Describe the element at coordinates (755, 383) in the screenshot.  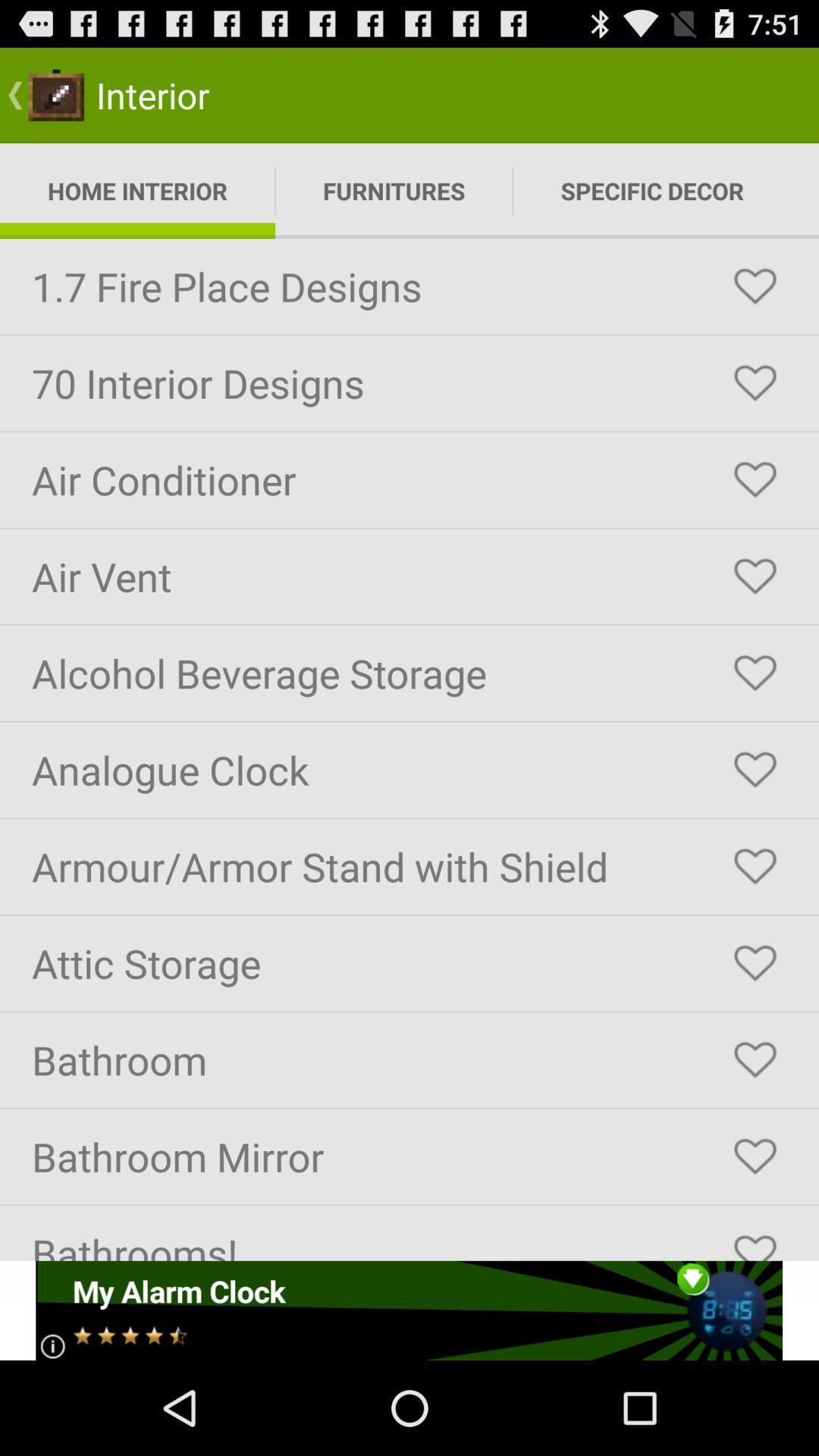
I see `to favorites` at that location.